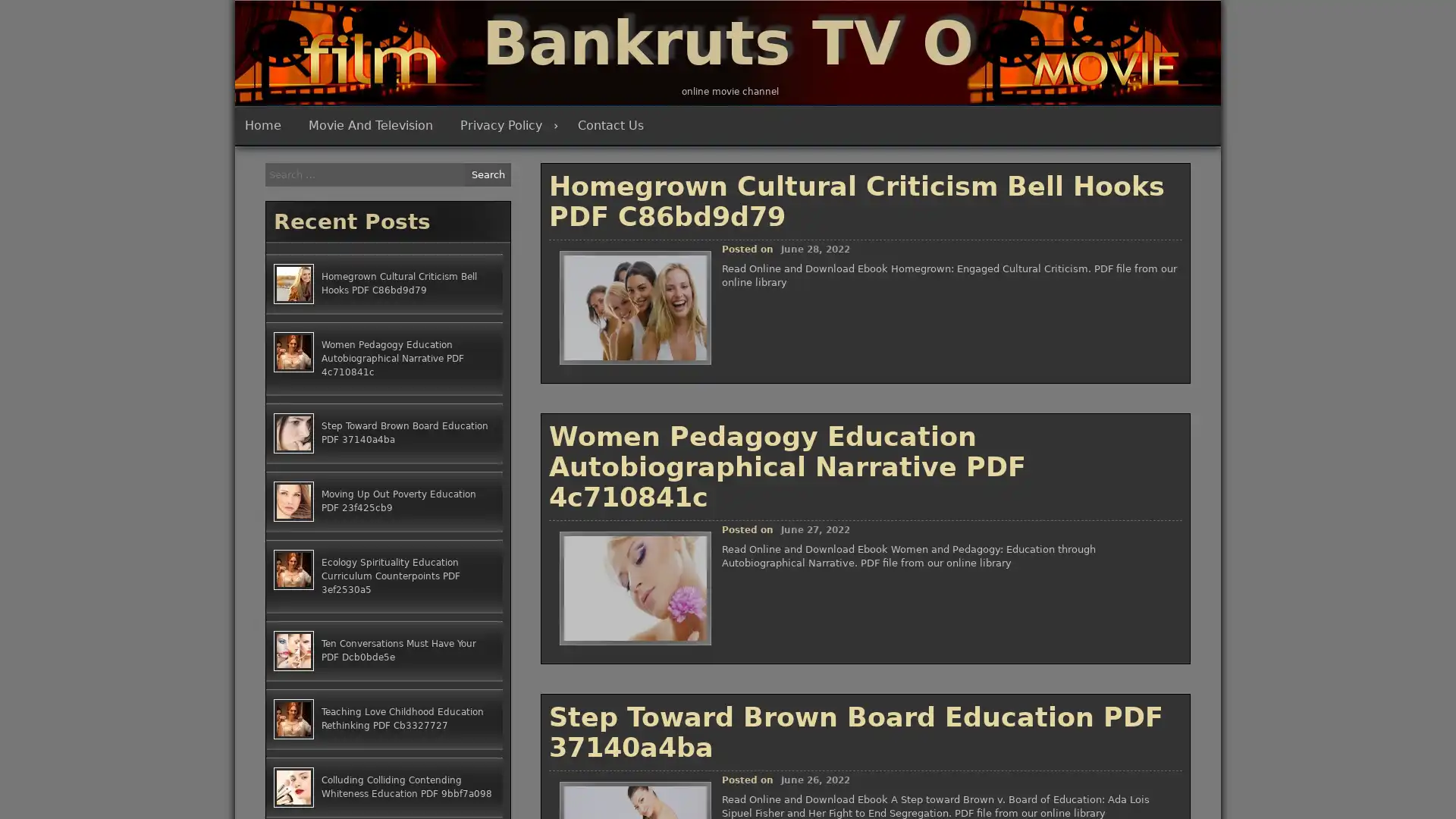 Image resolution: width=1456 pixels, height=819 pixels. I want to click on Search, so click(488, 174).